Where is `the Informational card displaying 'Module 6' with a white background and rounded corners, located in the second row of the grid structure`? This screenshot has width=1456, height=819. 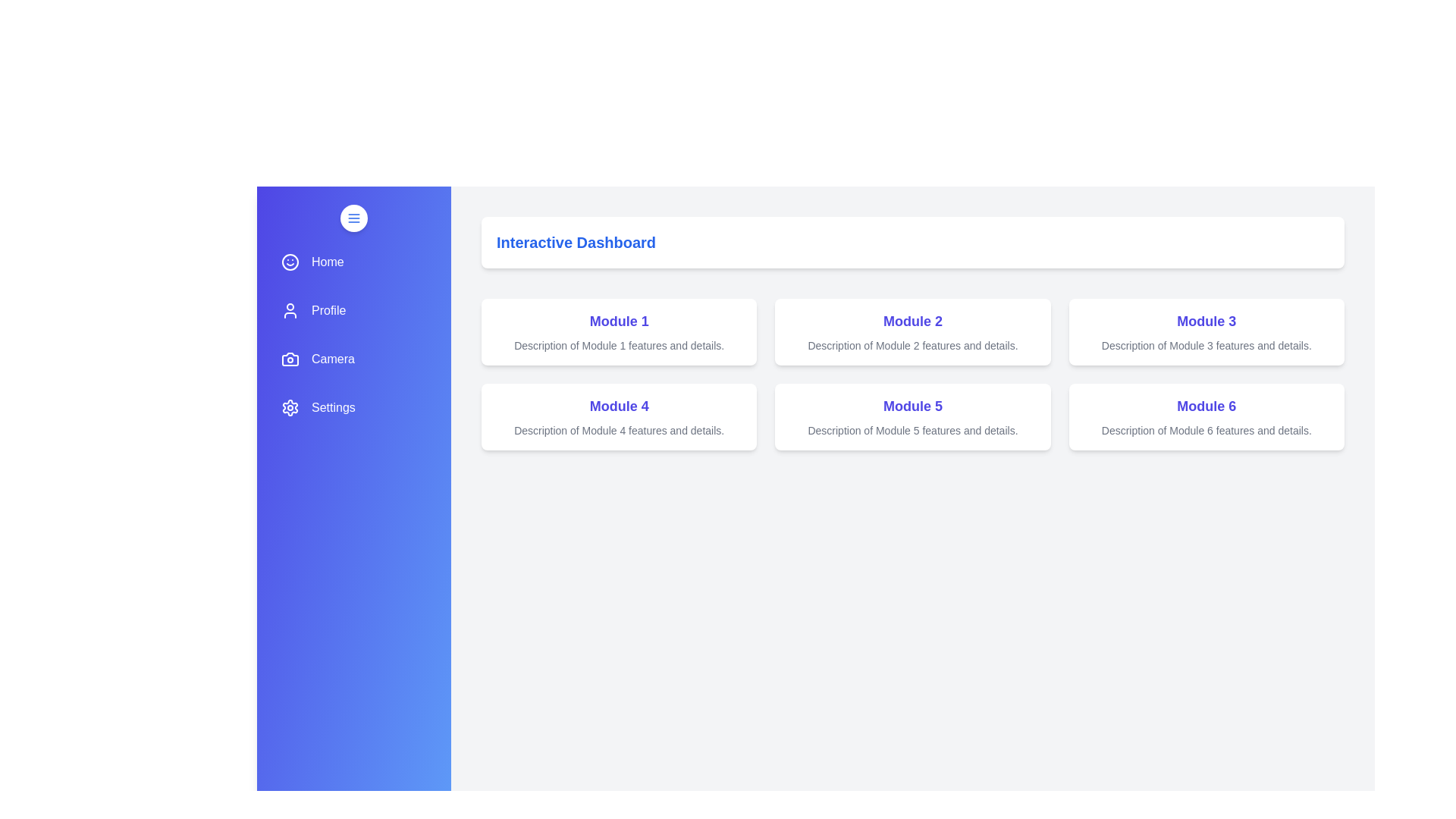 the Informational card displaying 'Module 6' with a white background and rounded corners, located in the second row of the grid structure is located at coordinates (1206, 417).